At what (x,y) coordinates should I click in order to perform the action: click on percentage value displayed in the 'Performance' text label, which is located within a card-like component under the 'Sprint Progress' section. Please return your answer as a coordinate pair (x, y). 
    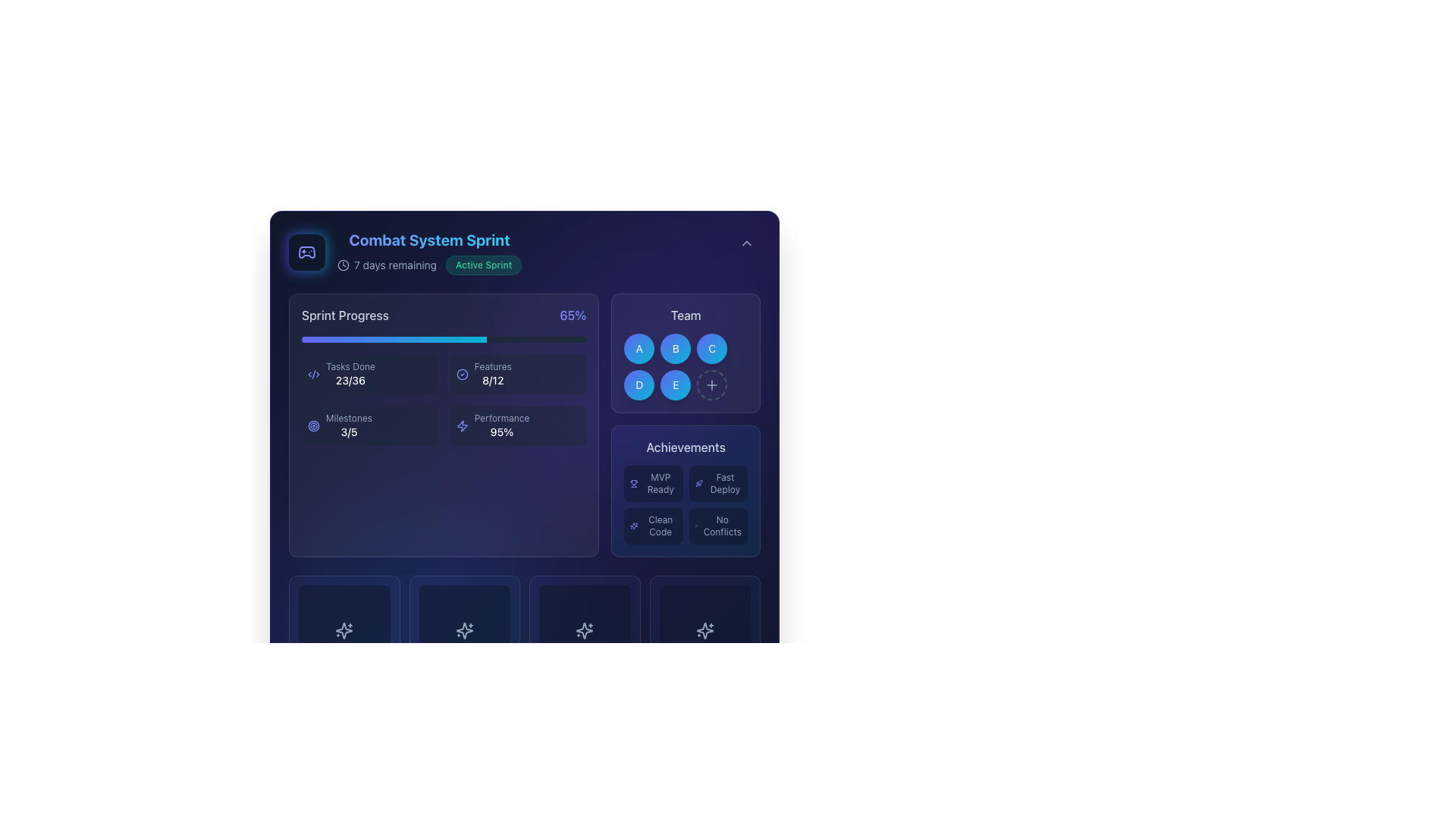
    Looking at the image, I should click on (502, 432).